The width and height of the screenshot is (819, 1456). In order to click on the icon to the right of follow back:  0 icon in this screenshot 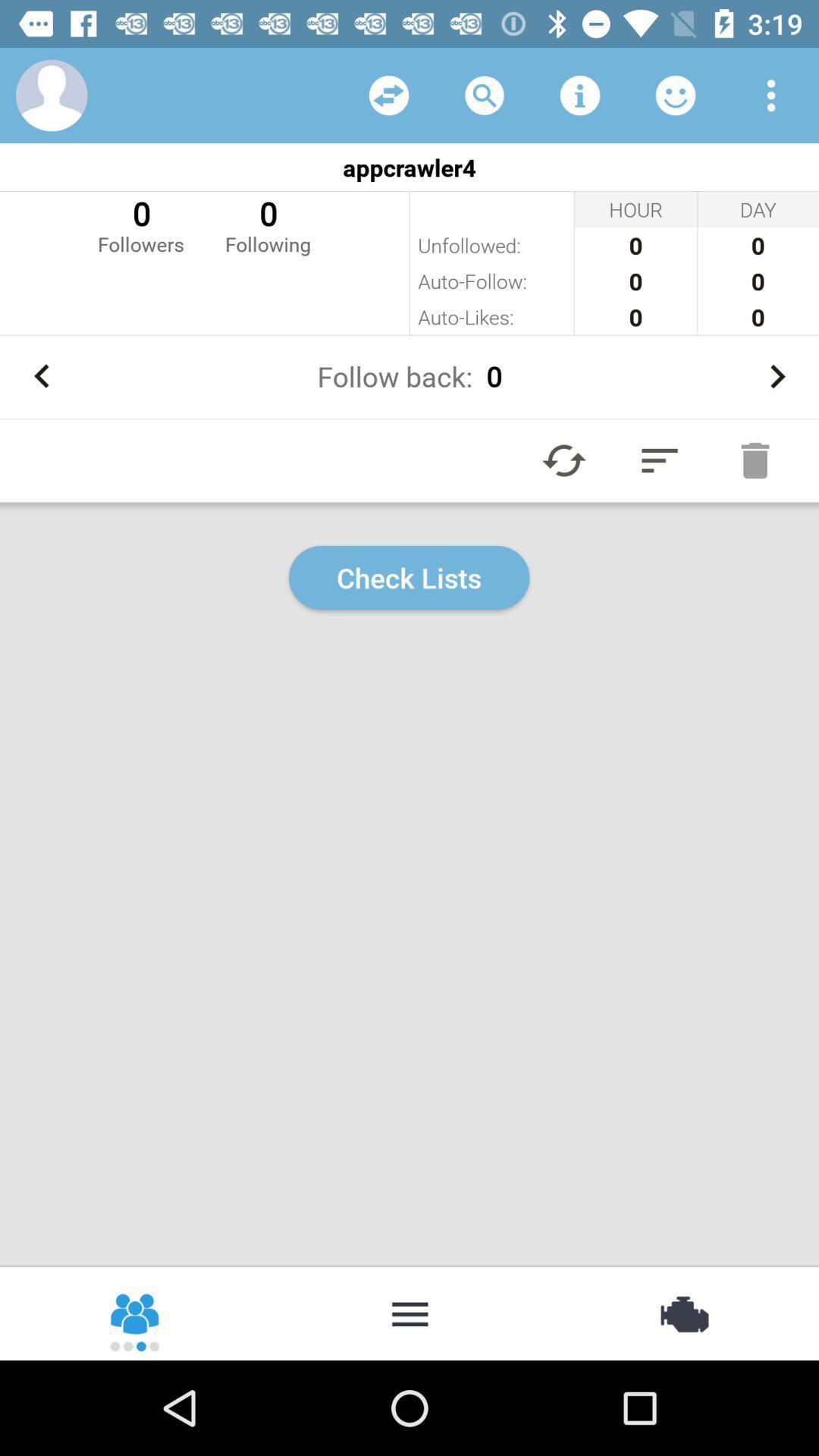, I will do `click(777, 376)`.